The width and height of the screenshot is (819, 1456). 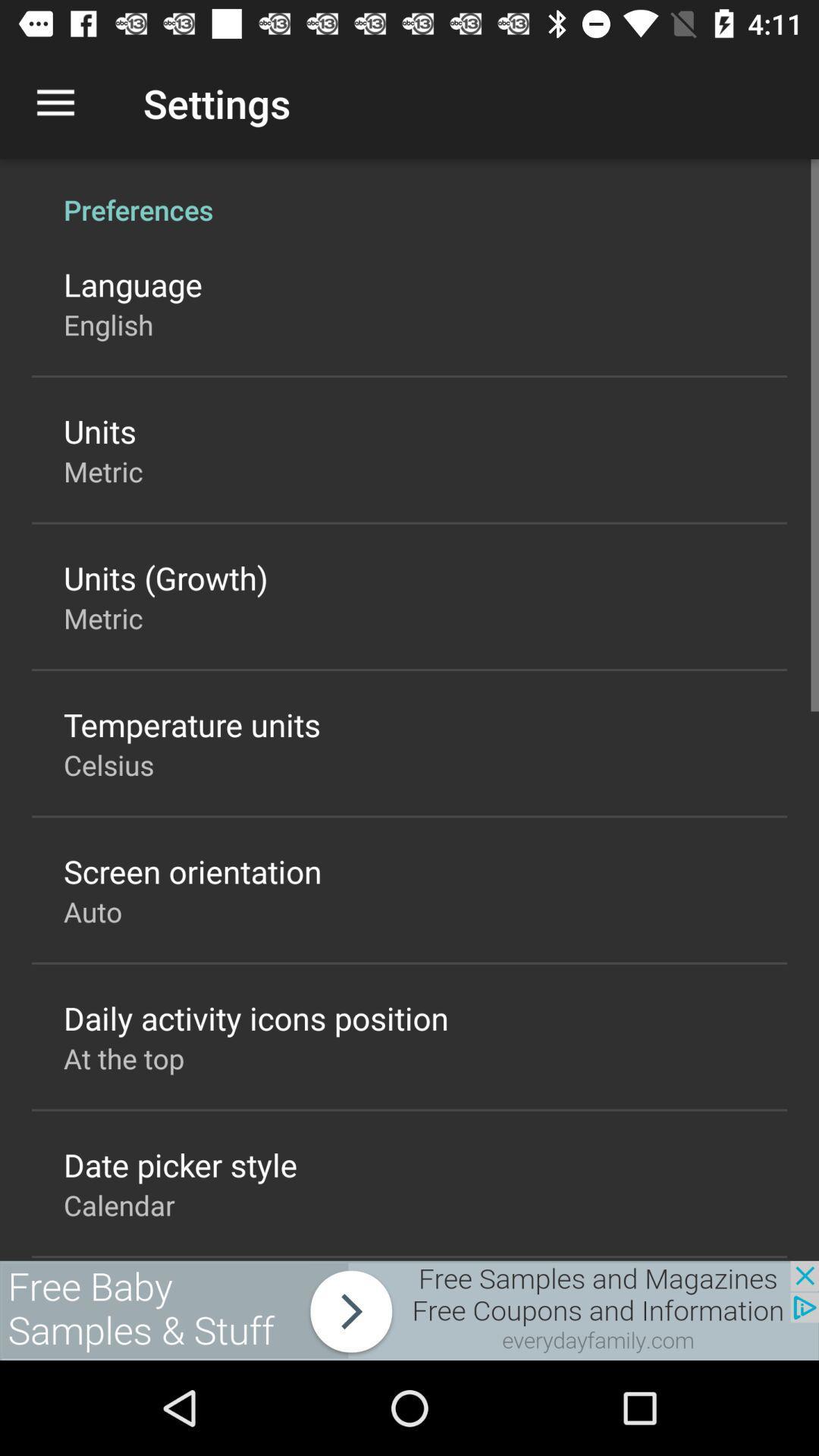 What do you see at coordinates (409, 1310) in the screenshot?
I see `advertisement` at bounding box center [409, 1310].